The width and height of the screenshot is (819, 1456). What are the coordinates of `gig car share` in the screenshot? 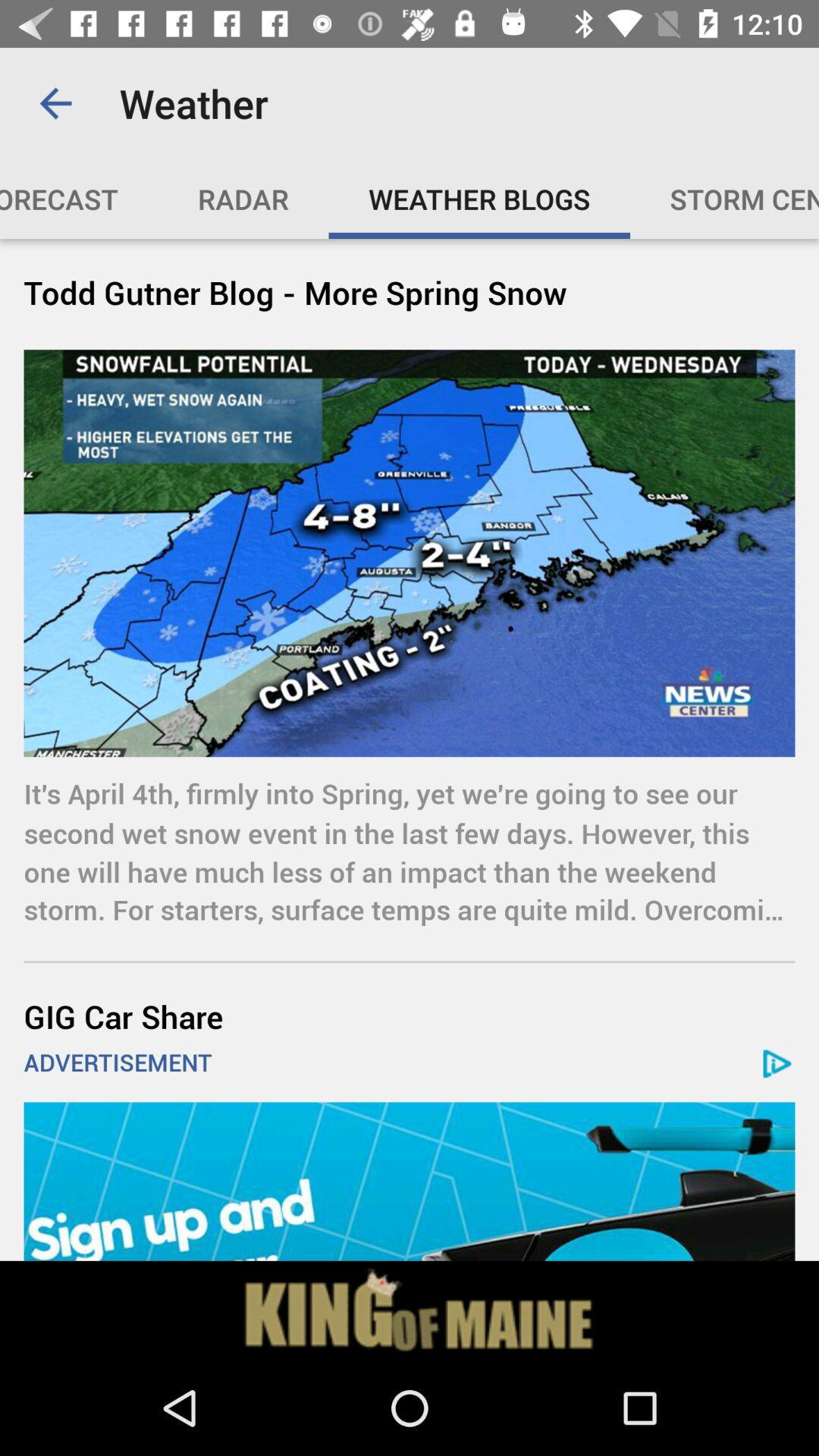 It's located at (409, 1016).